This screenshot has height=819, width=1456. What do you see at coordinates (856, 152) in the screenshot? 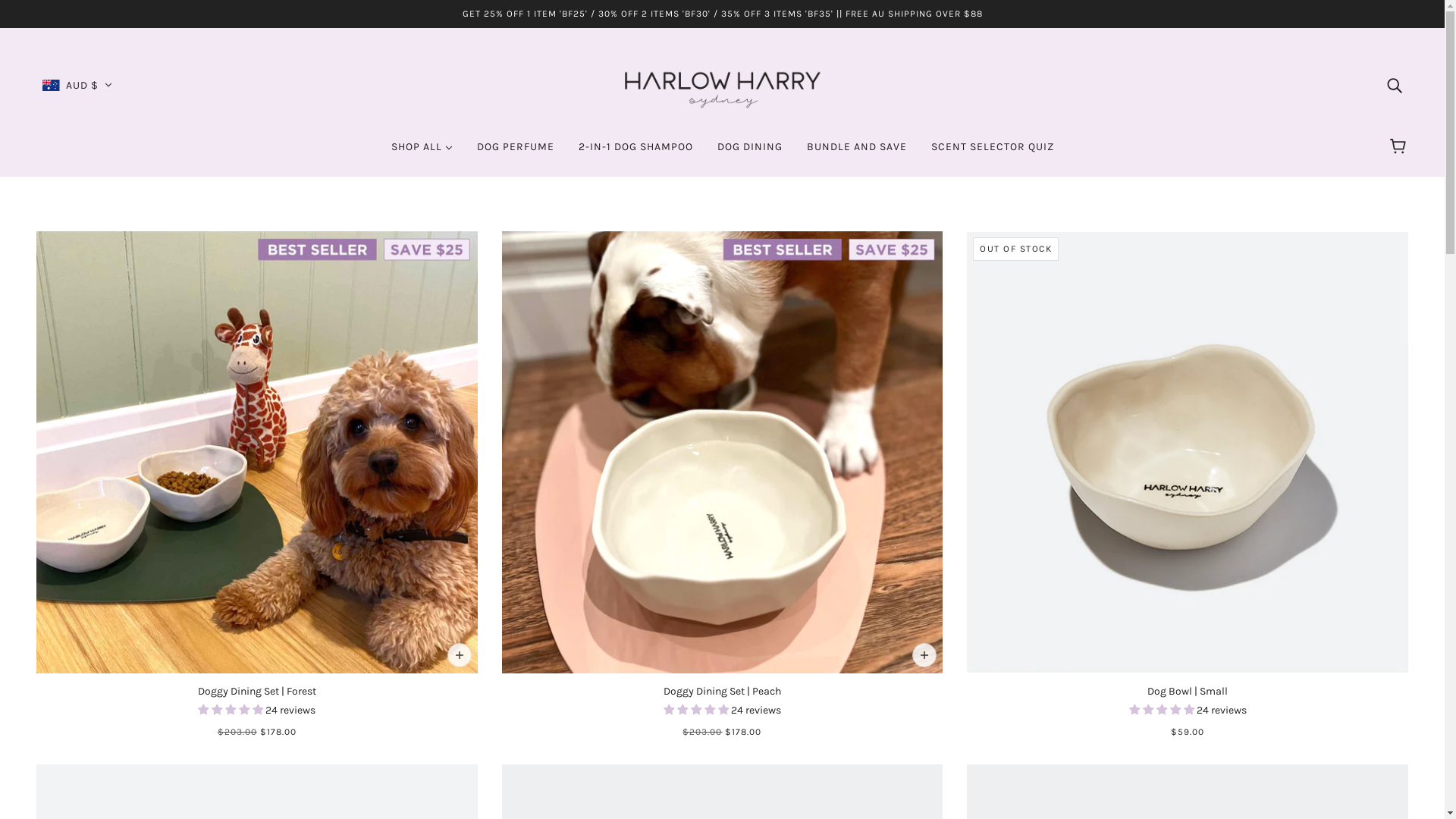
I see `'BUNDLE AND SAVE'` at bounding box center [856, 152].